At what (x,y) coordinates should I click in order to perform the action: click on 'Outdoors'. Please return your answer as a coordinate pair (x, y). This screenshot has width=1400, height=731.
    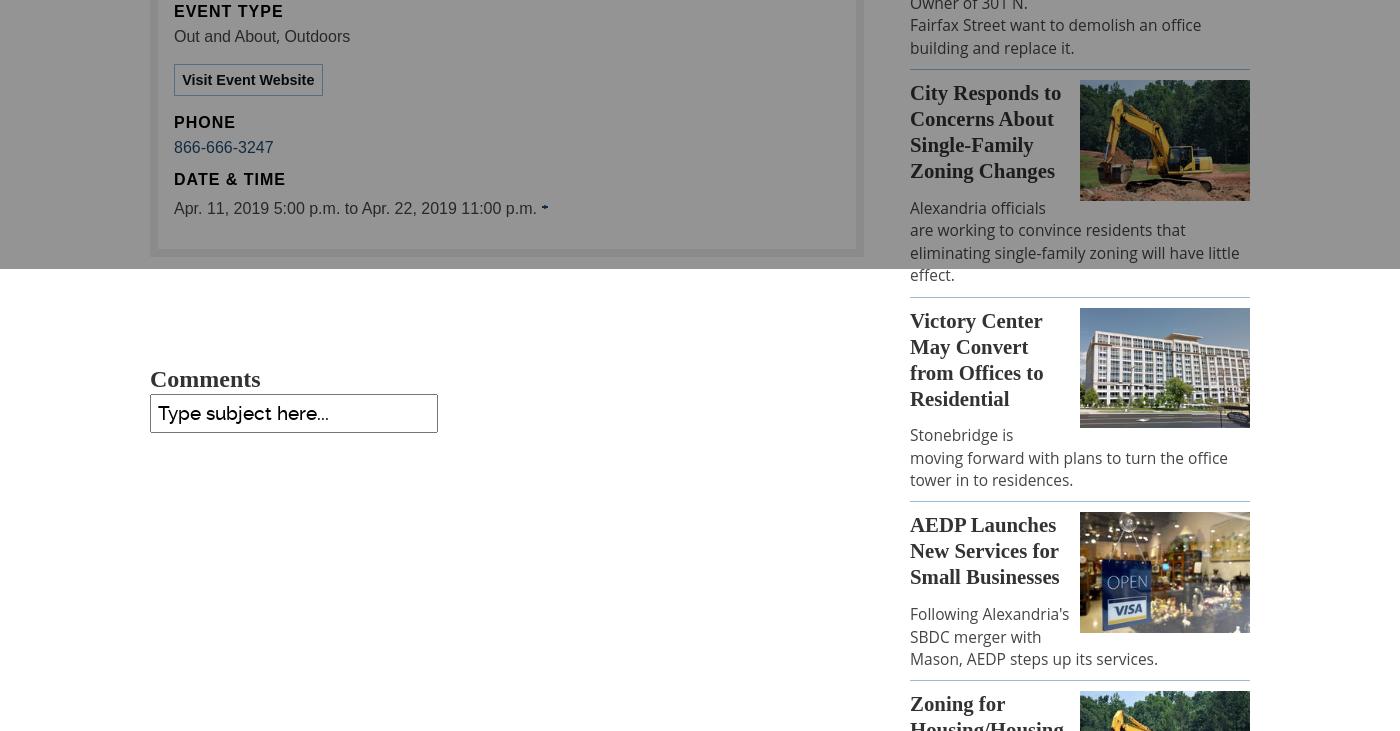
    Looking at the image, I should click on (316, 35).